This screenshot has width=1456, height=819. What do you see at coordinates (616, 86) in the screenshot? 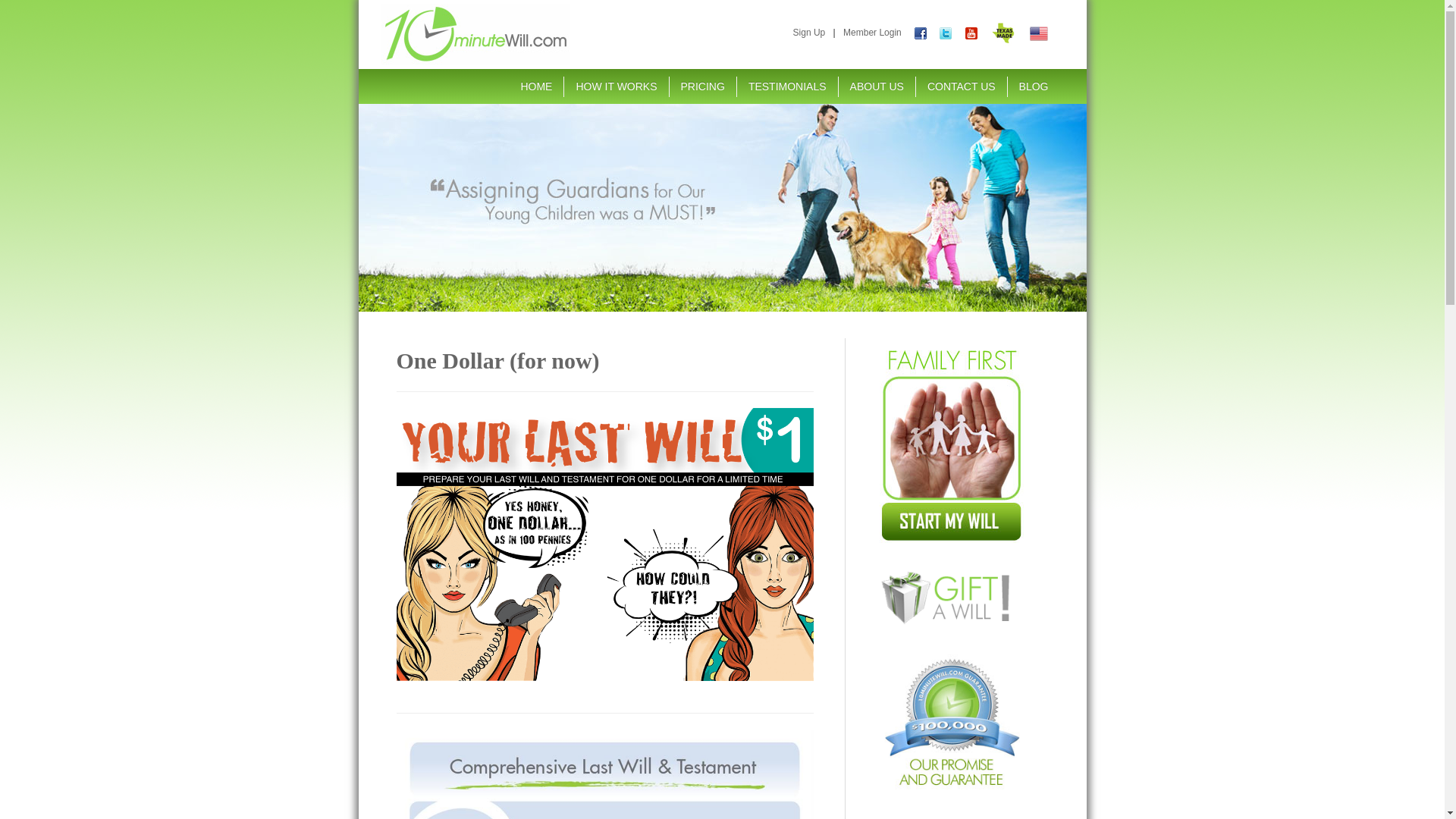
I see `'HOW IT WORKS'` at bounding box center [616, 86].